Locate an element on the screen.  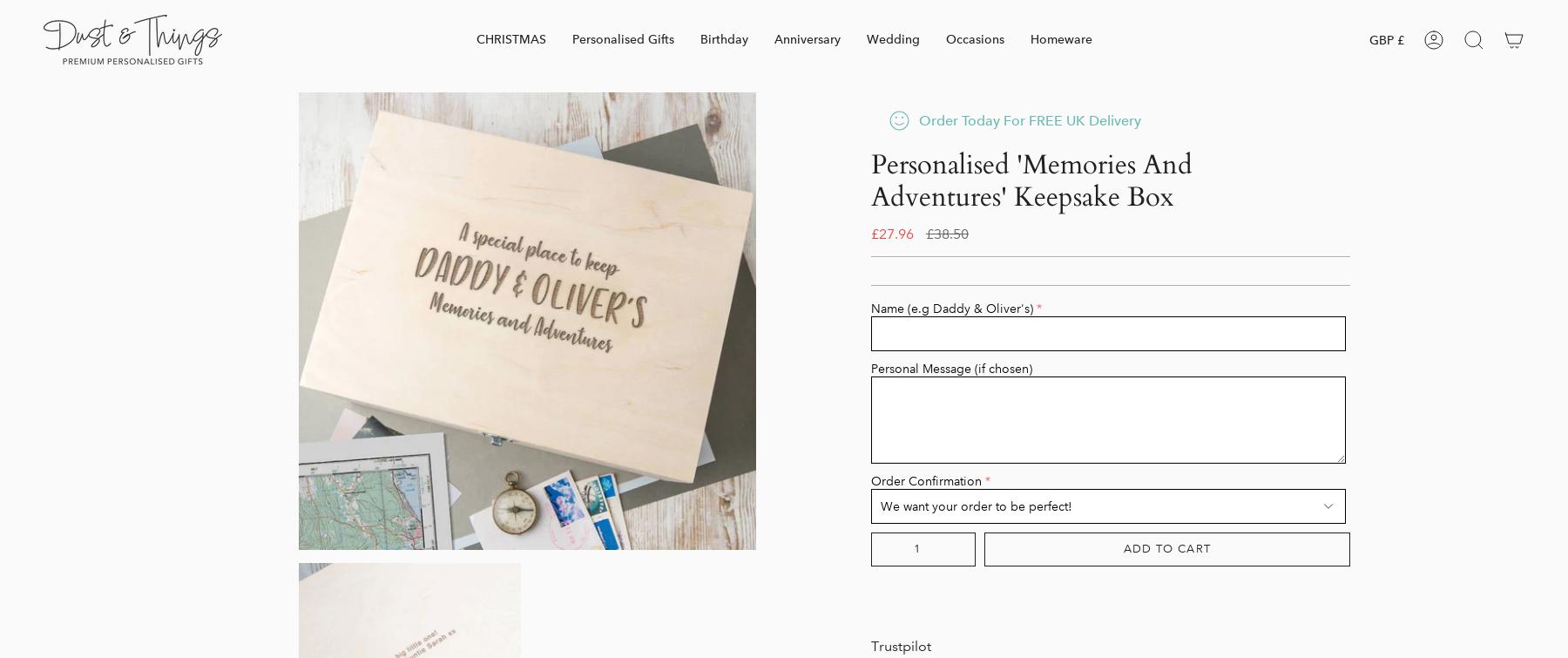
'Made from: Pine Wood' is located at coordinates (945, 112).